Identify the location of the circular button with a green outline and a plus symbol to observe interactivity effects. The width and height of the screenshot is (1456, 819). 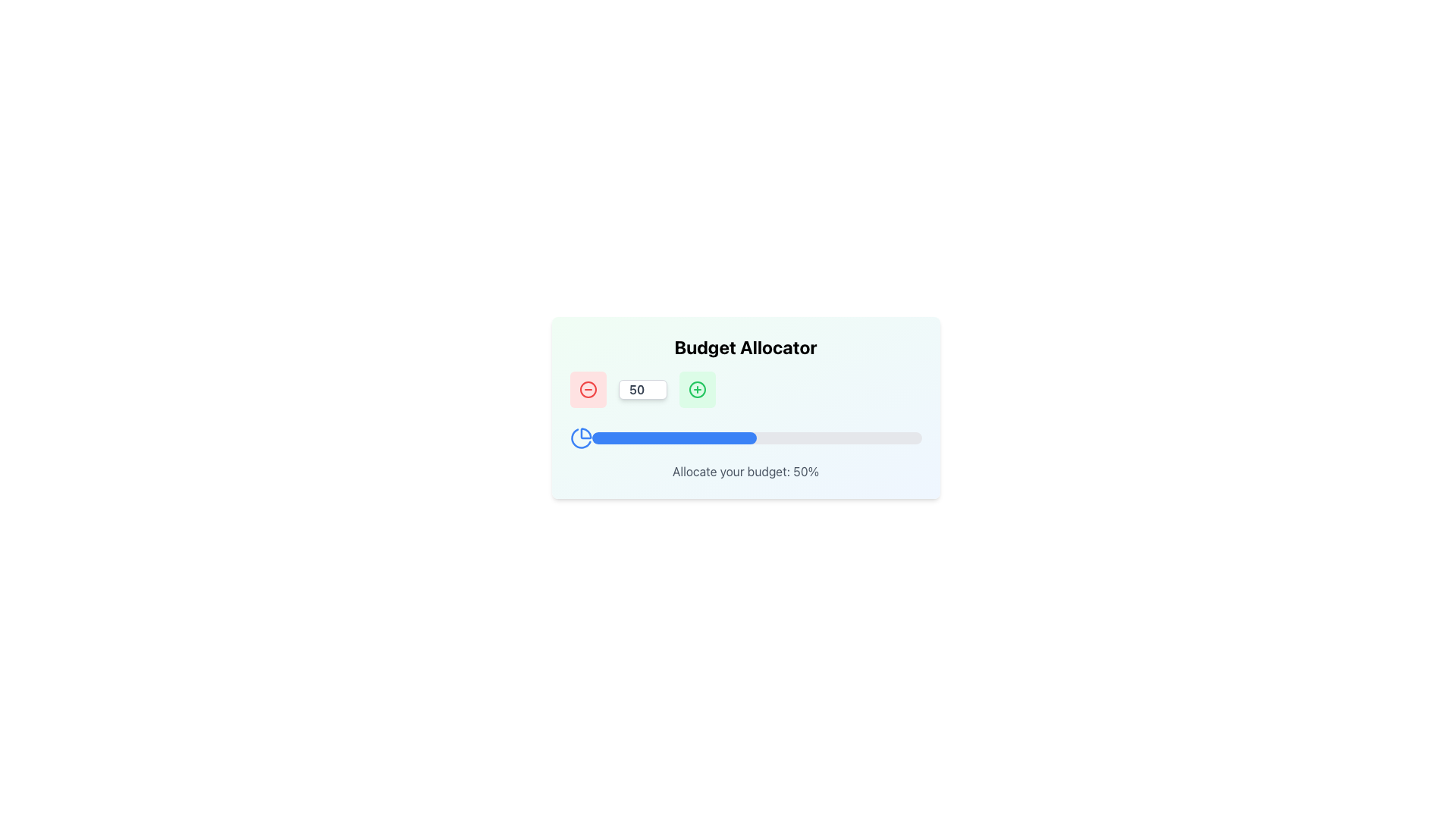
(696, 388).